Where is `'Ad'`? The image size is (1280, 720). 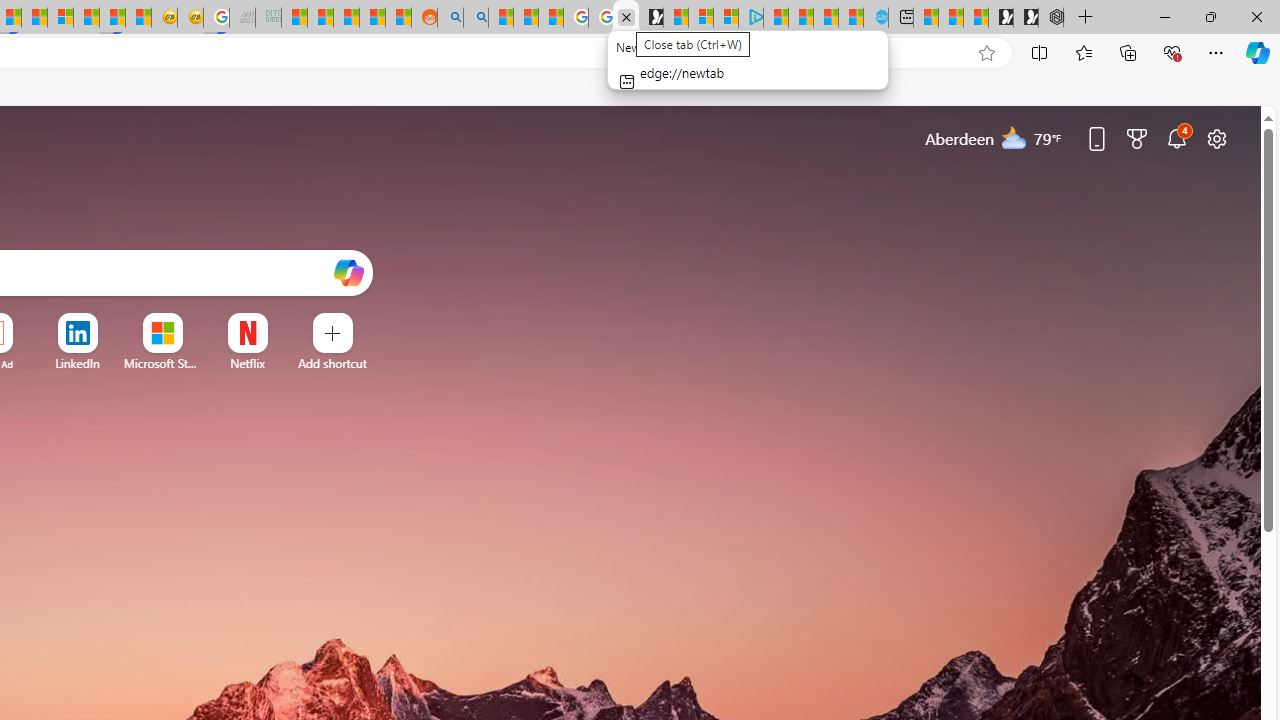 'Ad' is located at coordinates (7, 364).